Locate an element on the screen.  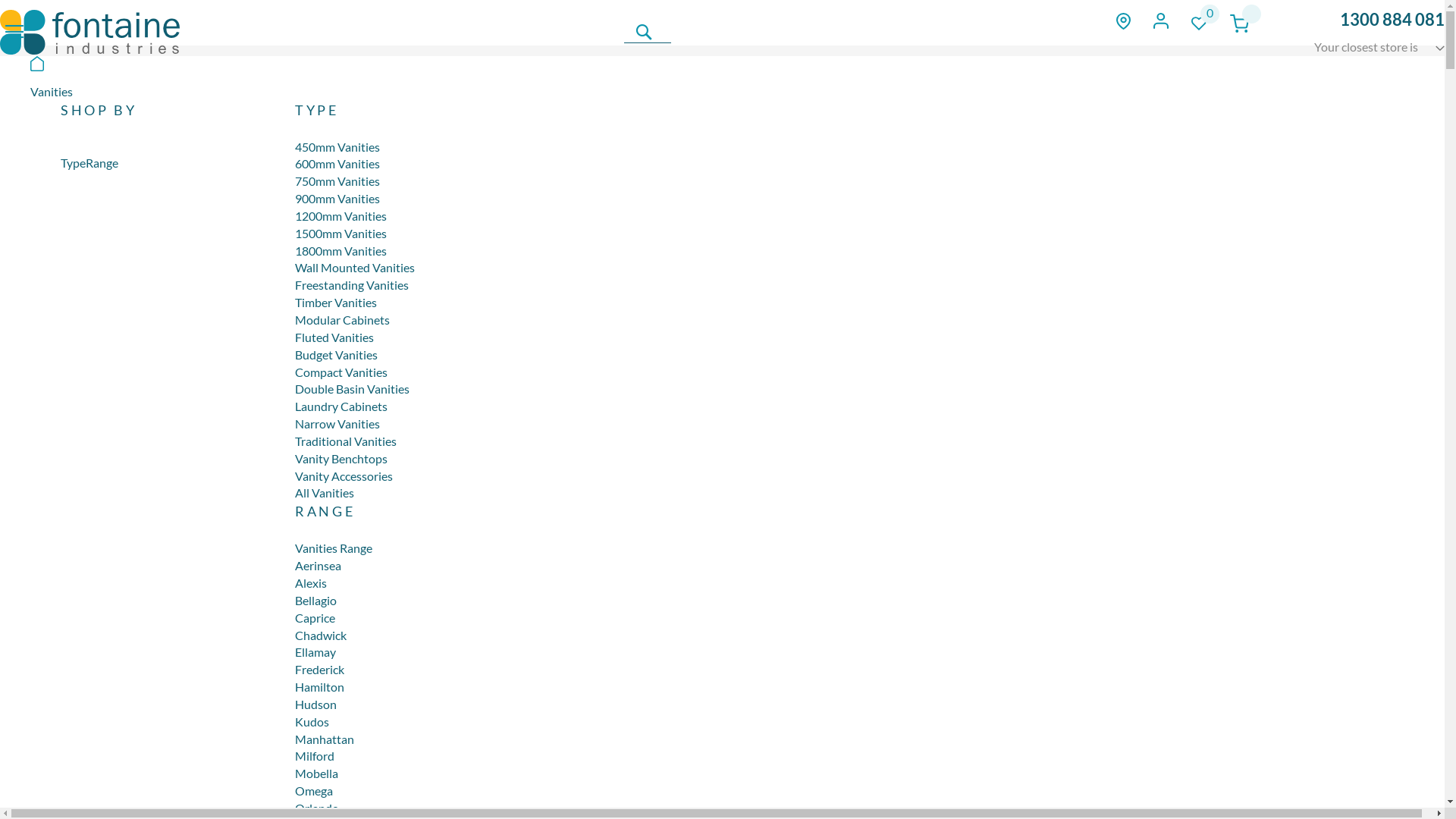
'Vanity Accessories' is located at coordinates (343, 475).